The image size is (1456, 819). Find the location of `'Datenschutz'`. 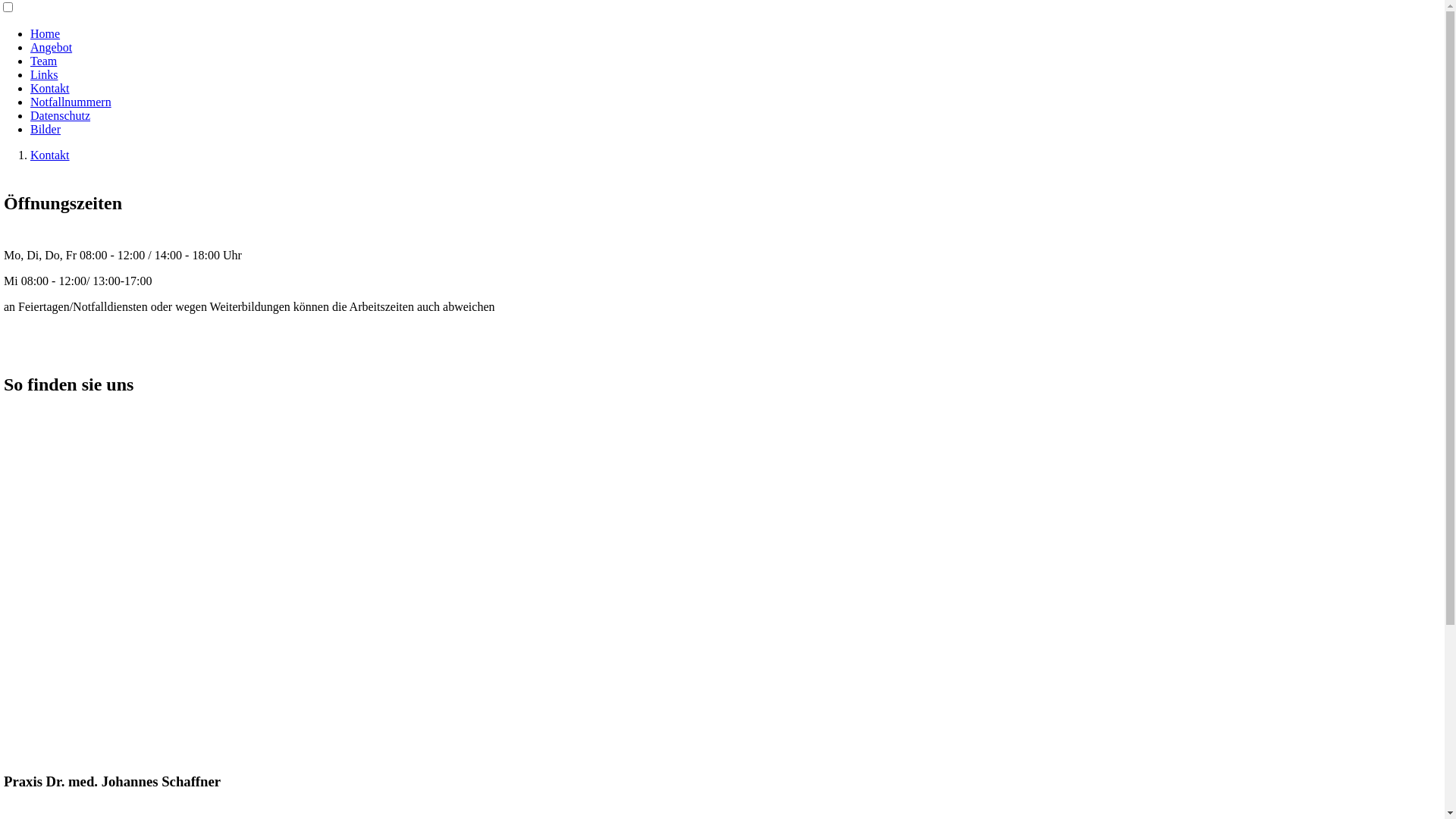

'Datenschutz' is located at coordinates (60, 115).